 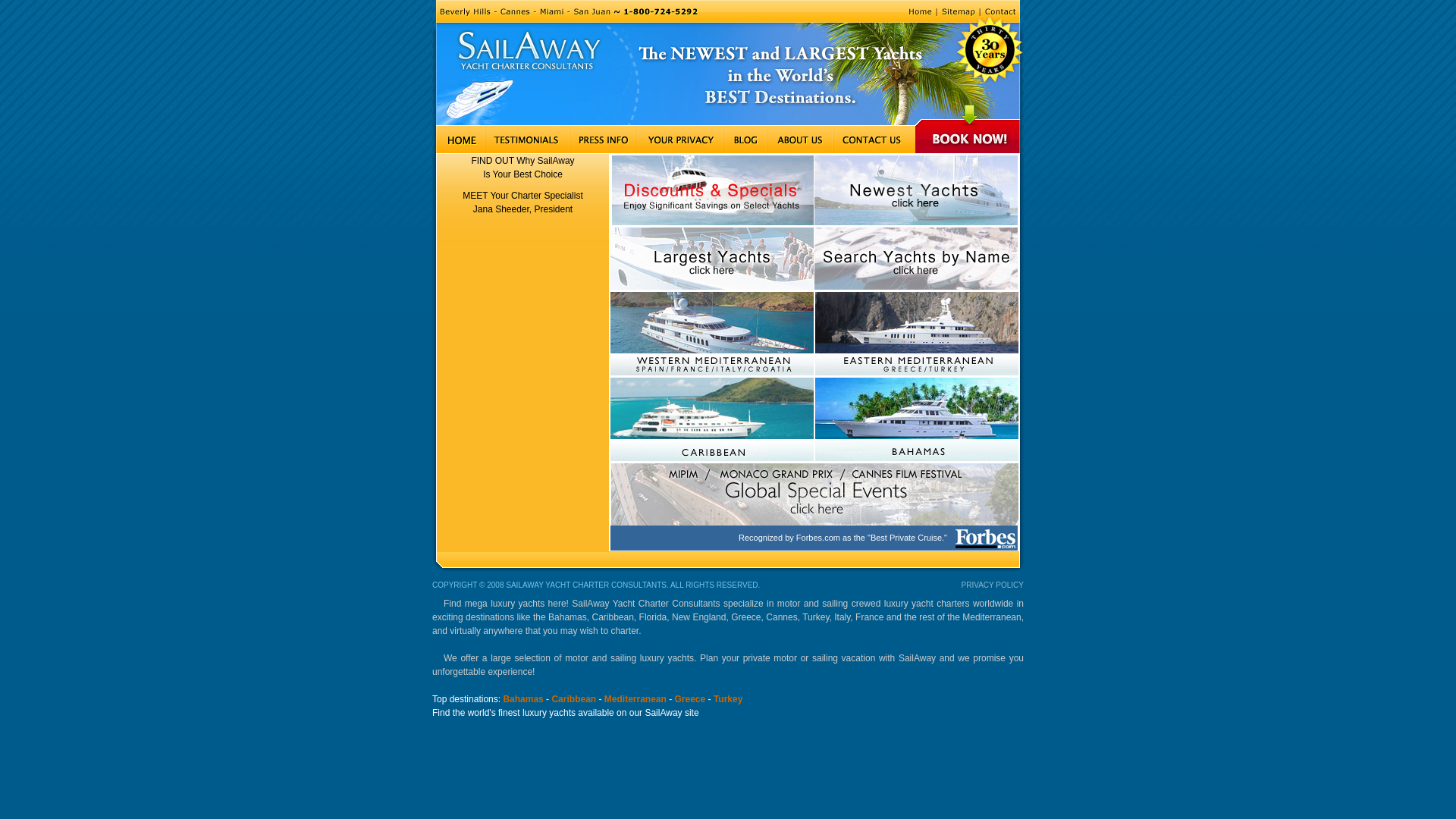 What do you see at coordinates (522, 201) in the screenshot?
I see `'MEET Your Charter Specialist` at bounding box center [522, 201].